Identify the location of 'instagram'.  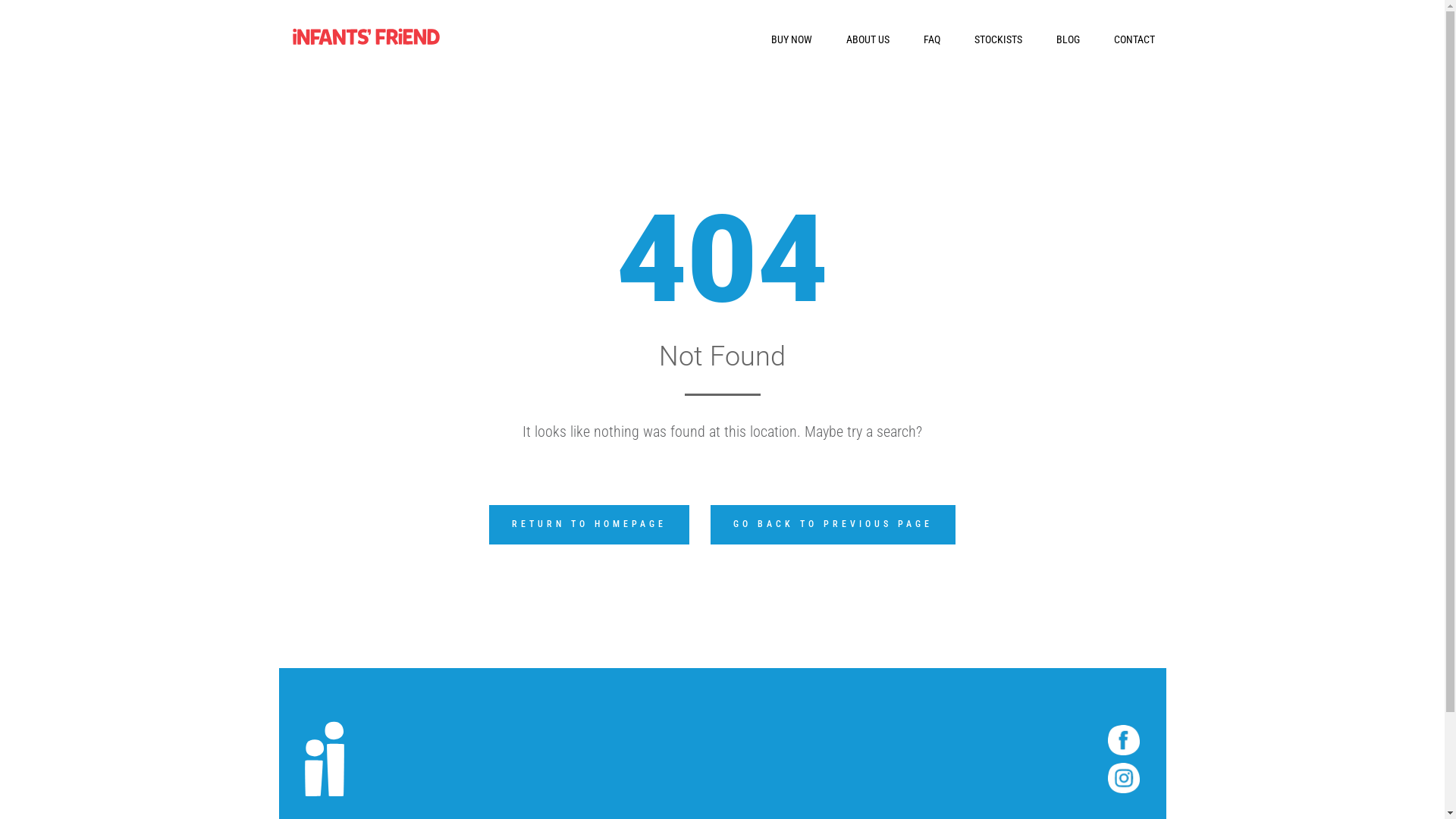
(1123, 778).